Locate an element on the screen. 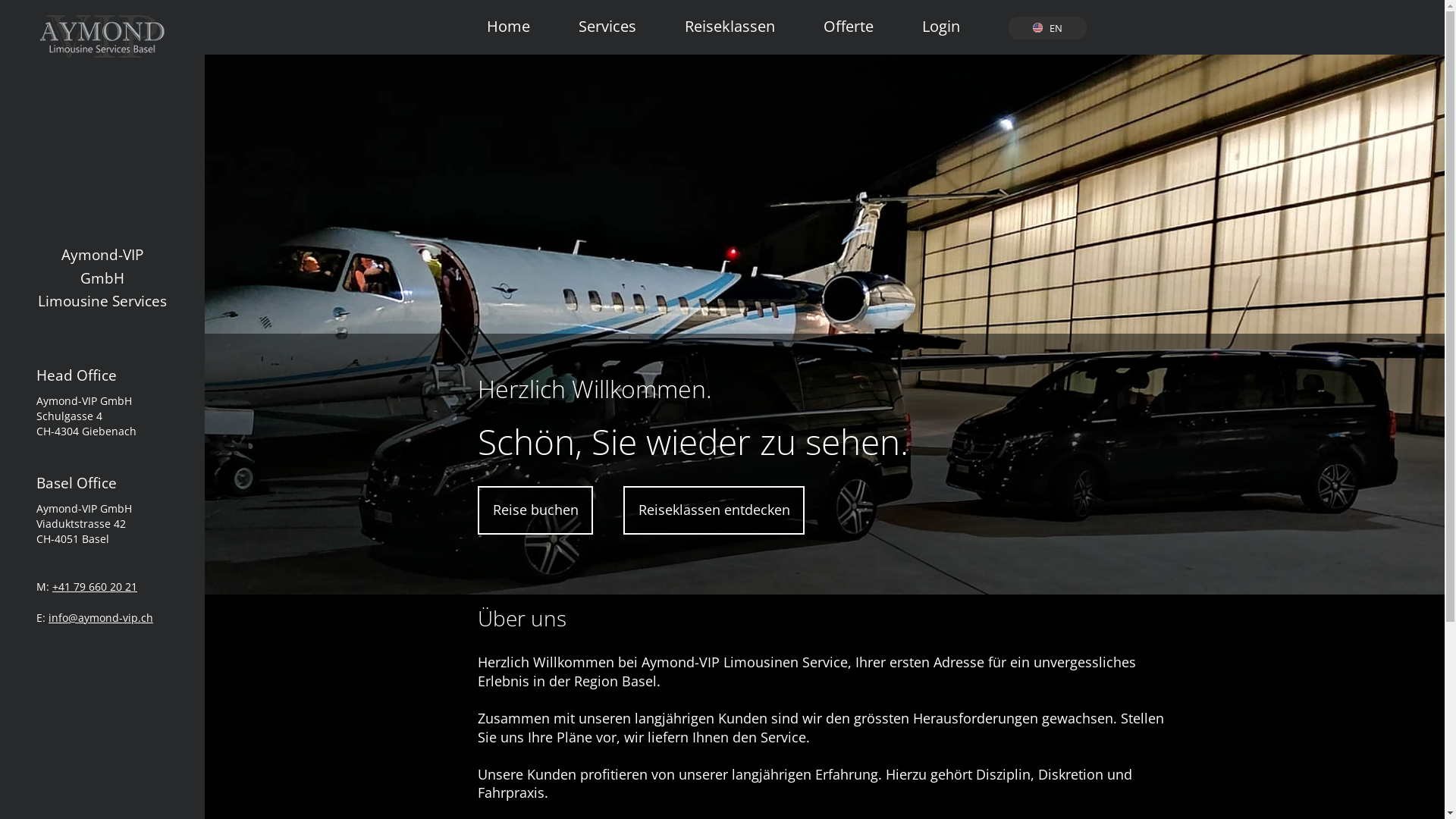  '+41 79 660 20 21' is located at coordinates (93, 585).